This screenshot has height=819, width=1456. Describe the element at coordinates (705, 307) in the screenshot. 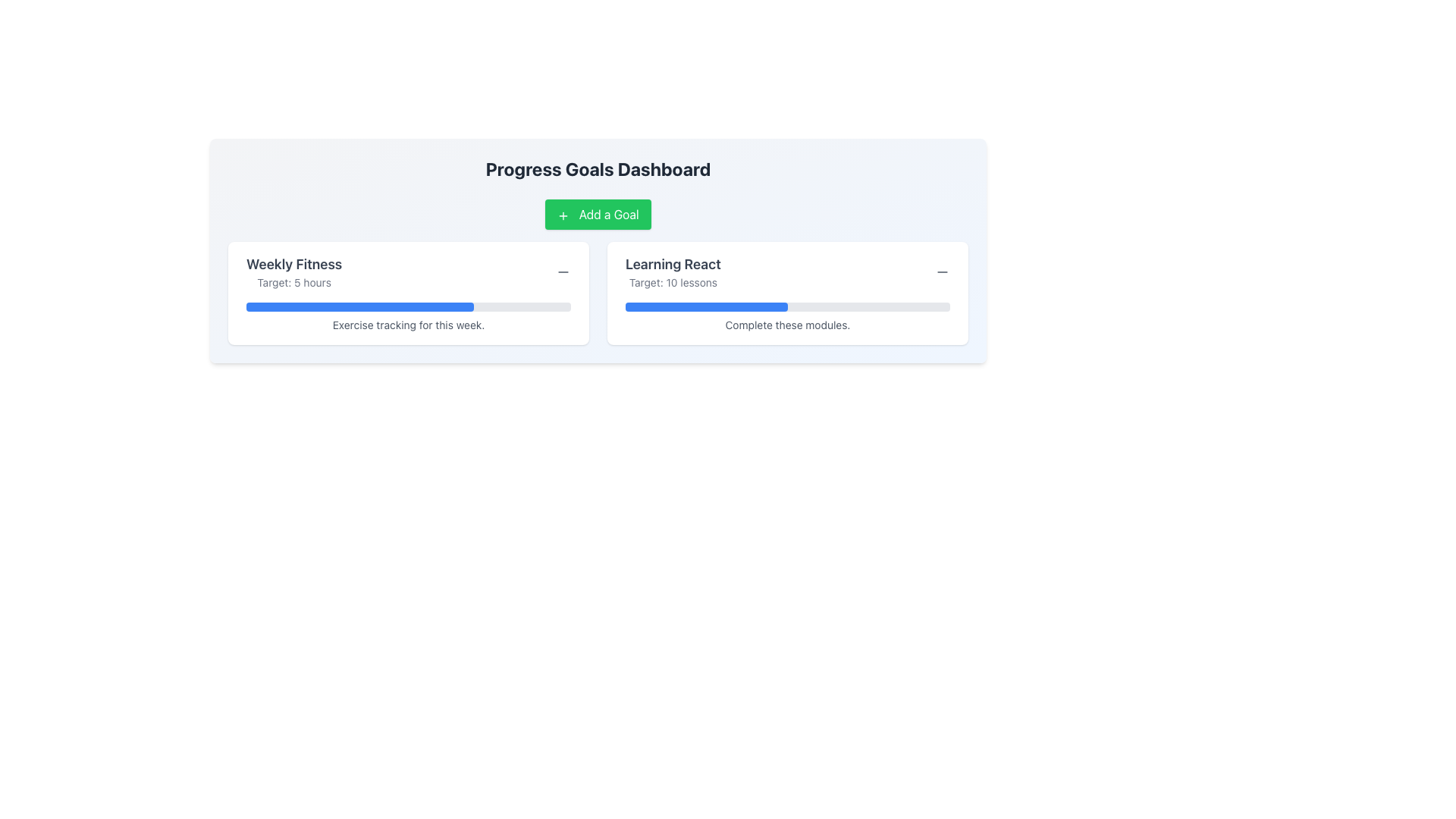

I see `the blue progress indicator bar under the 'Learning React' section, which represents 50% progress` at that location.